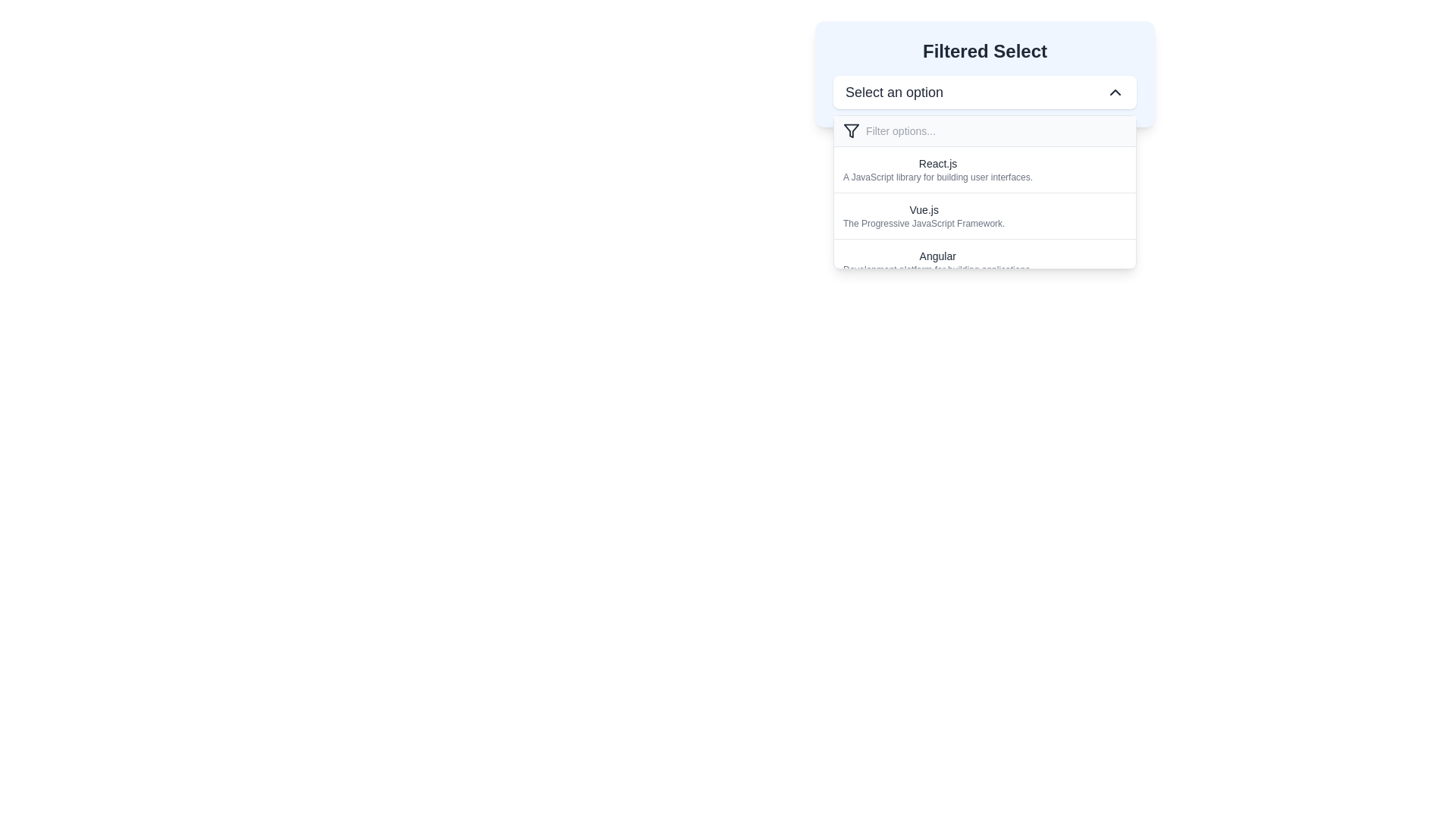 The image size is (1456, 819). What do you see at coordinates (852, 130) in the screenshot?
I see `the filter icon represented by a funnel shape, located at the left side of the 'Filter options...' text input box in the dropdown menu` at bounding box center [852, 130].